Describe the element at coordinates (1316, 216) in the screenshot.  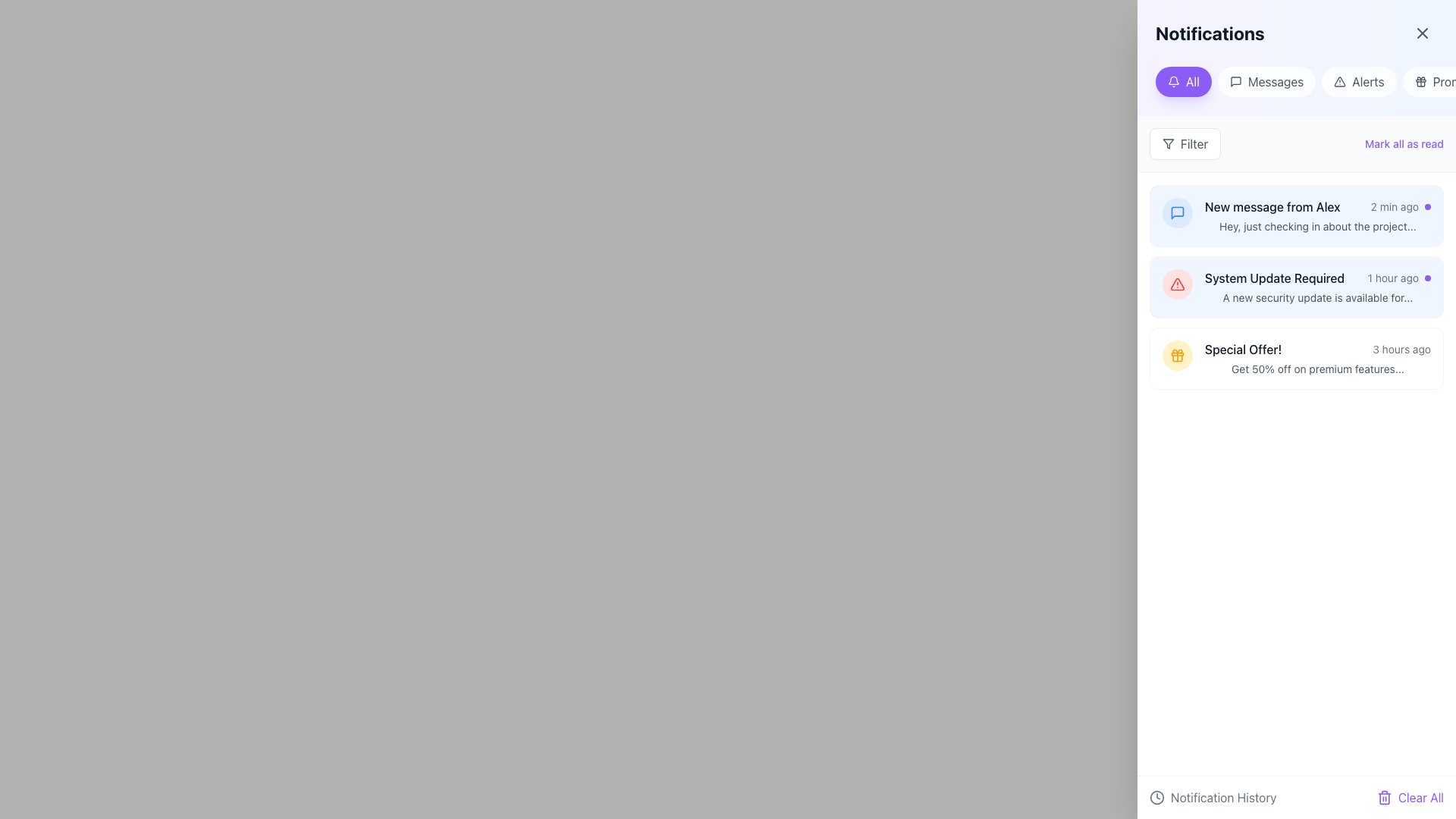
I see `the message notification item titled 'New message from Alex'` at that location.